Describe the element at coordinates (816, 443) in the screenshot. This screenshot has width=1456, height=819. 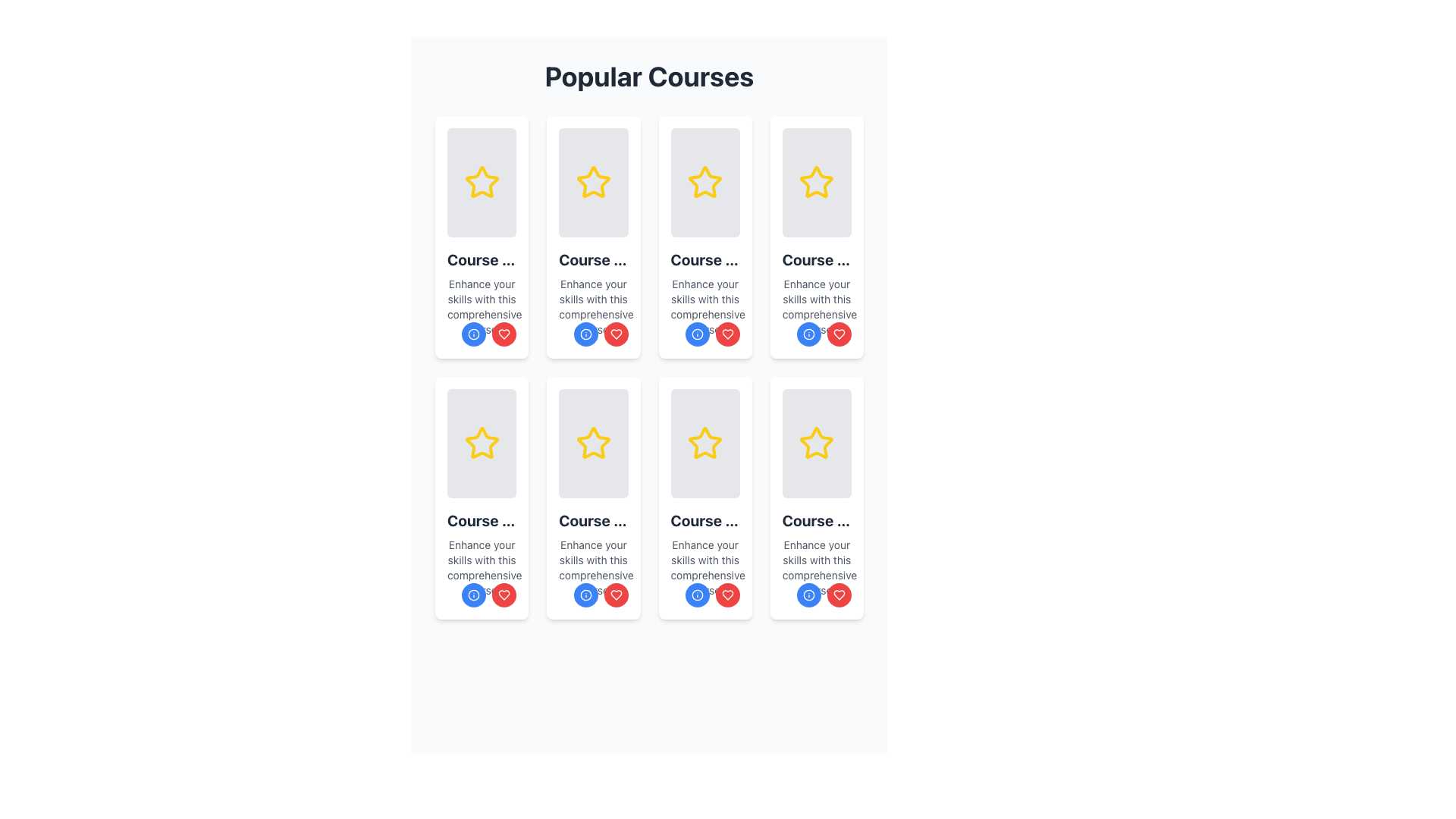
I see `the yellow star icon located at the top-center of the bottom-right card in a 4x2 grid layout` at that location.